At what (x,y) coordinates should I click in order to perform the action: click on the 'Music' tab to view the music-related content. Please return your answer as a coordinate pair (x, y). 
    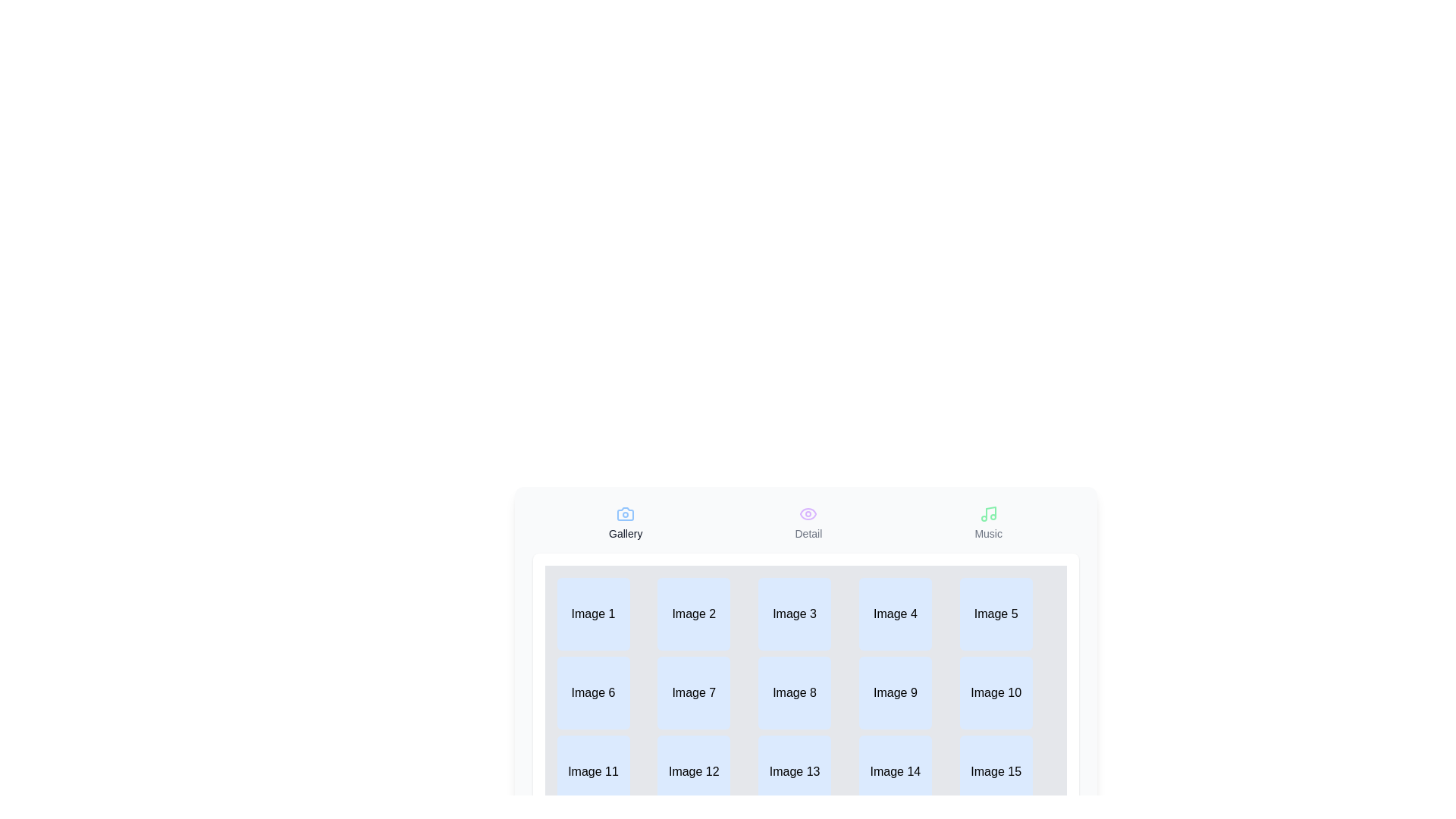
    Looking at the image, I should click on (988, 522).